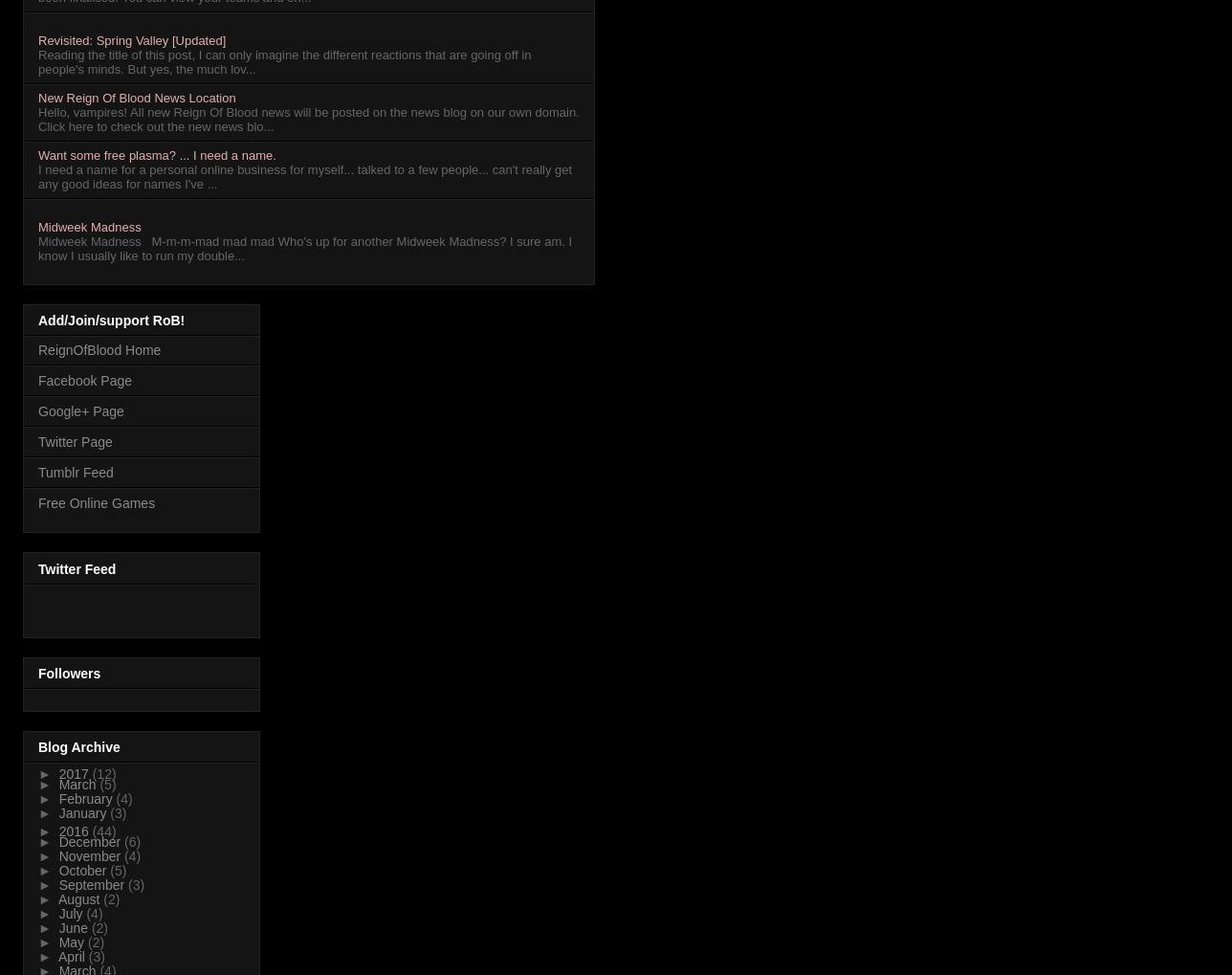  What do you see at coordinates (132, 841) in the screenshot?
I see `'(6)'` at bounding box center [132, 841].